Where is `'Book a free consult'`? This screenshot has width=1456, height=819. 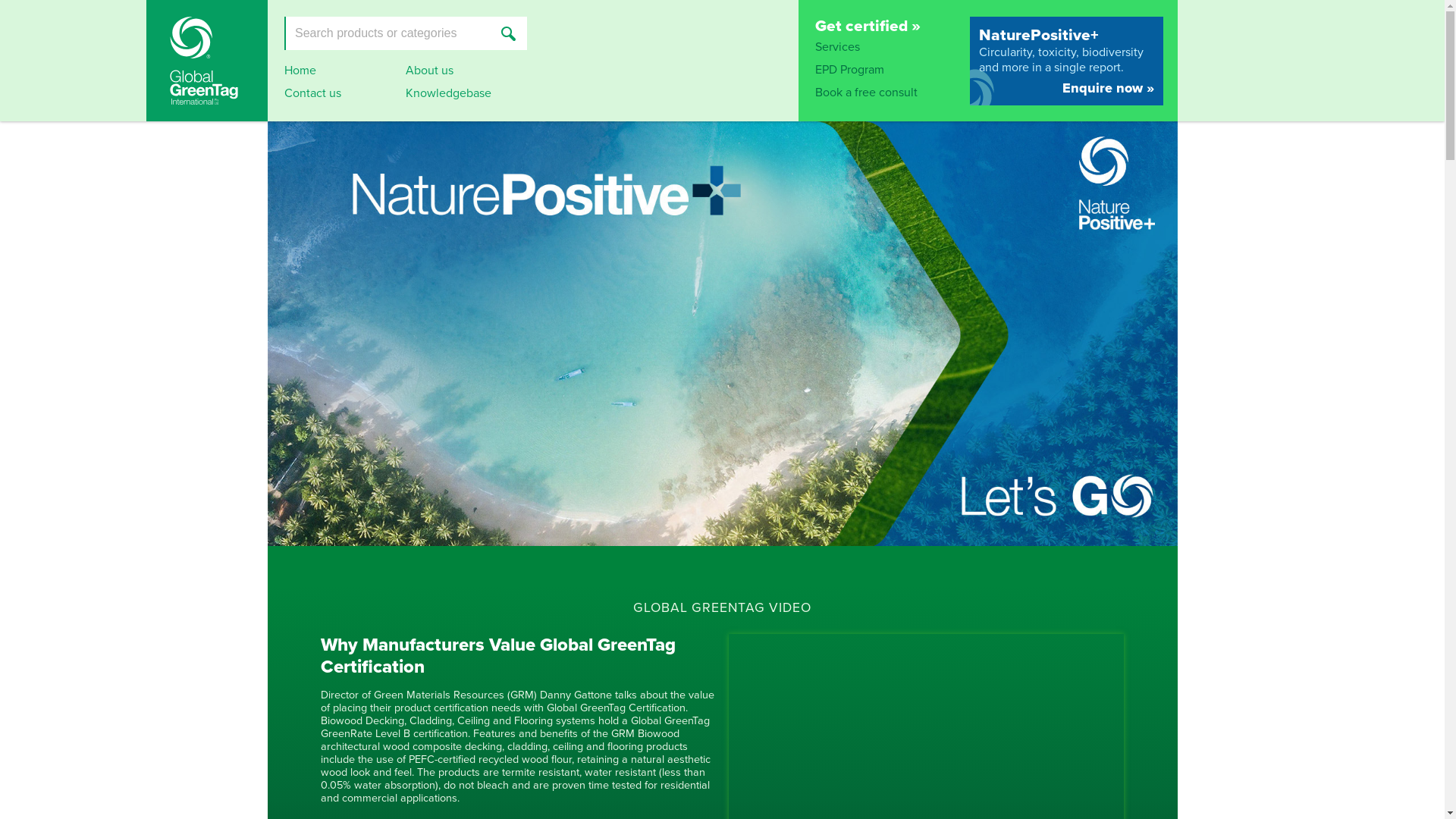 'Book a free consult' is located at coordinates (865, 93).